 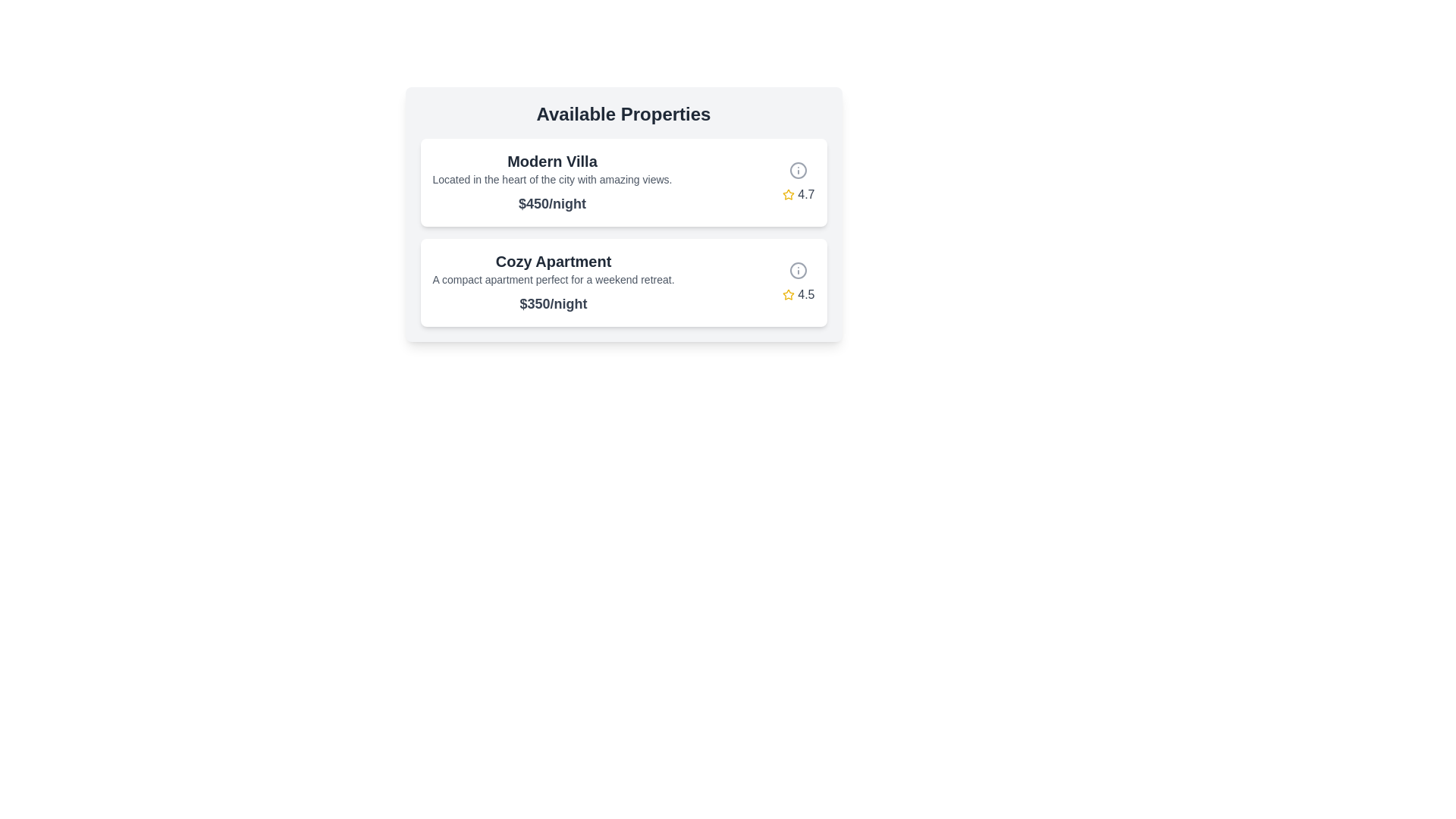 What do you see at coordinates (798, 181) in the screenshot?
I see `the rating display for the 'Modern Villa' listing located in the upper-right corner of the card, beneath the informational icon and to the right of the textual description` at bounding box center [798, 181].